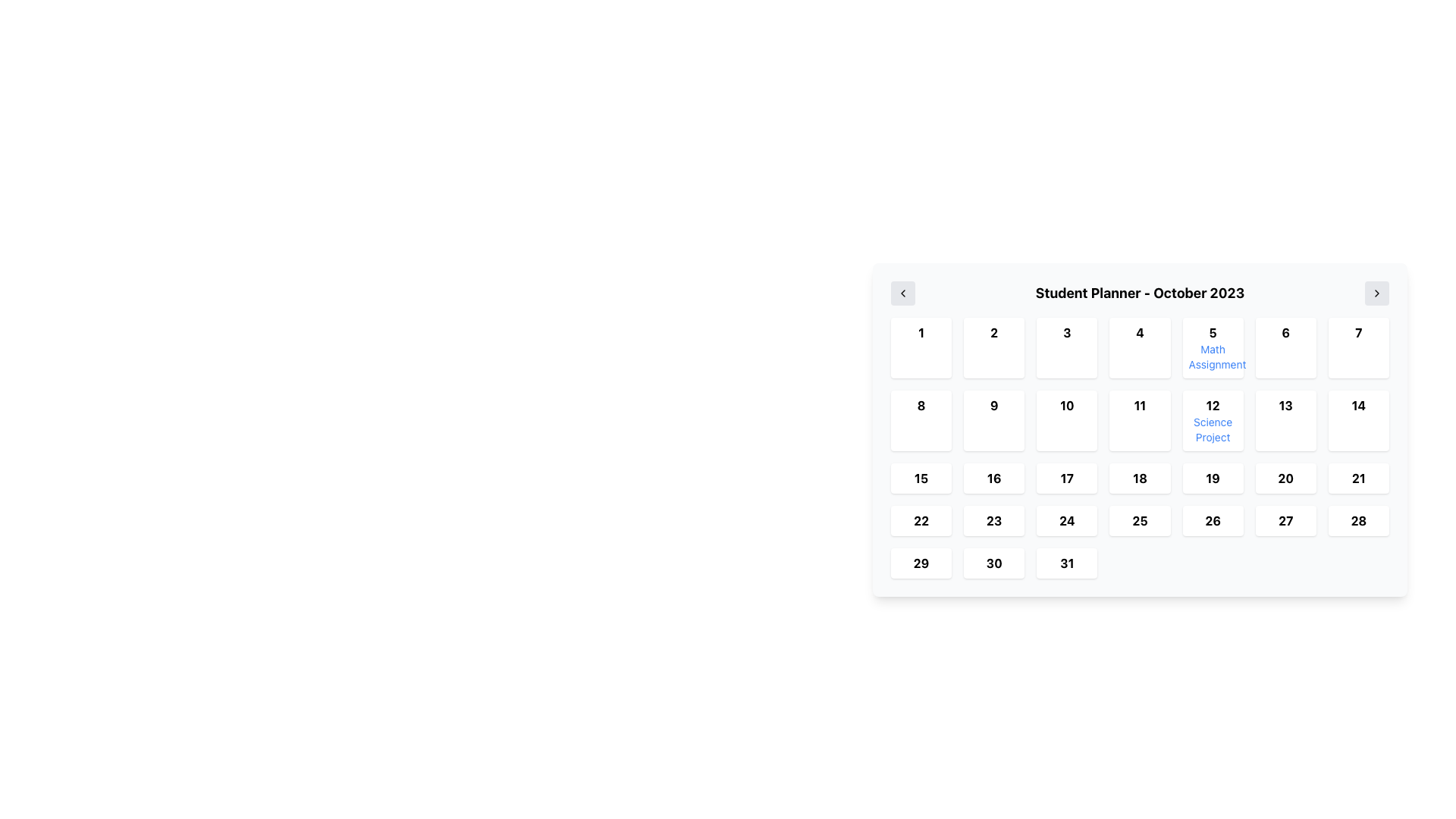  I want to click on the bold text label displaying '17' in the calendar grid, located in the third row and fifth column, which is styled with a white background and rounded corners, so click(1066, 479).